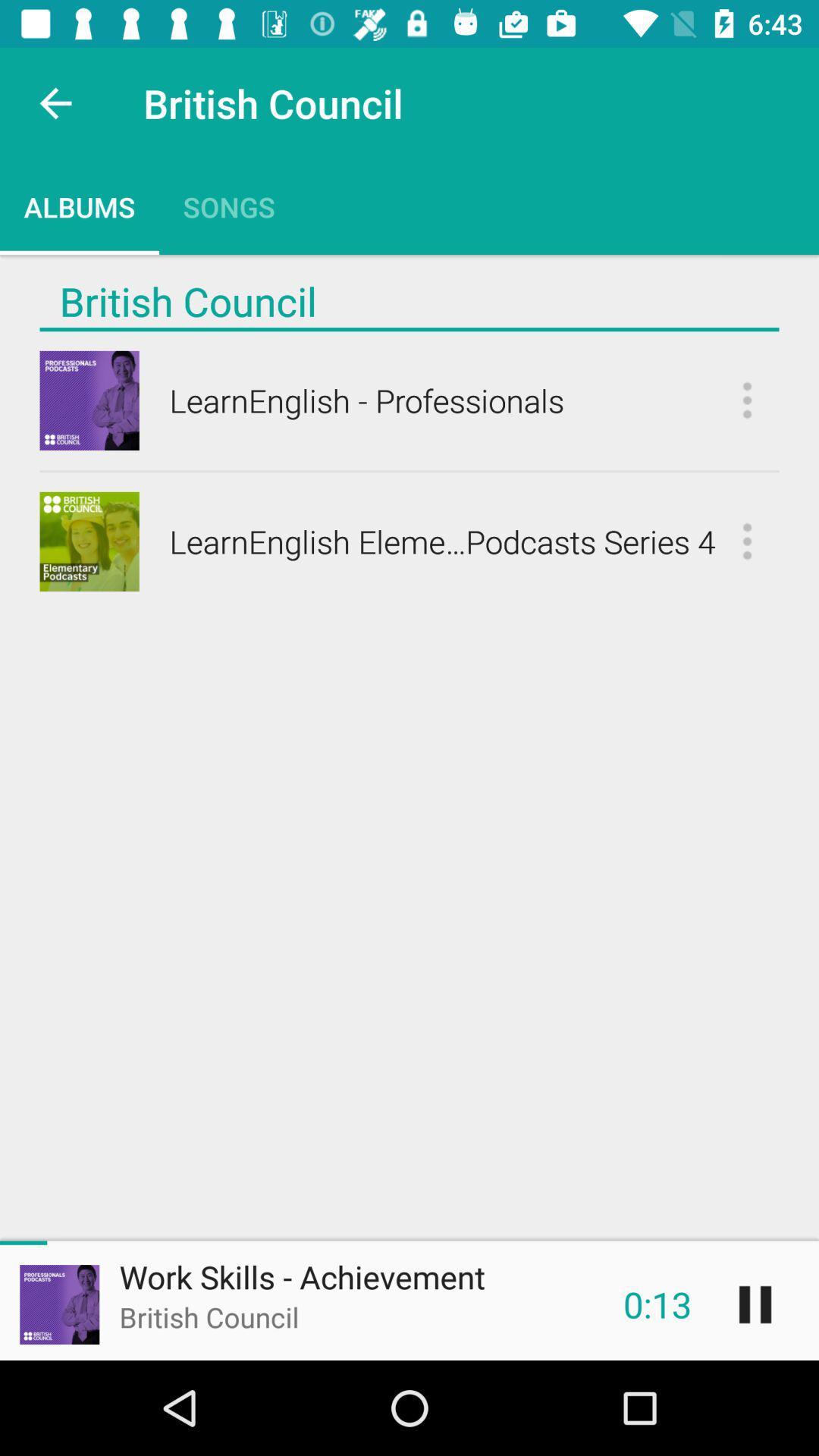 This screenshot has width=819, height=1456. What do you see at coordinates (755, 1304) in the screenshot?
I see `the pause icon` at bounding box center [755, 1304].